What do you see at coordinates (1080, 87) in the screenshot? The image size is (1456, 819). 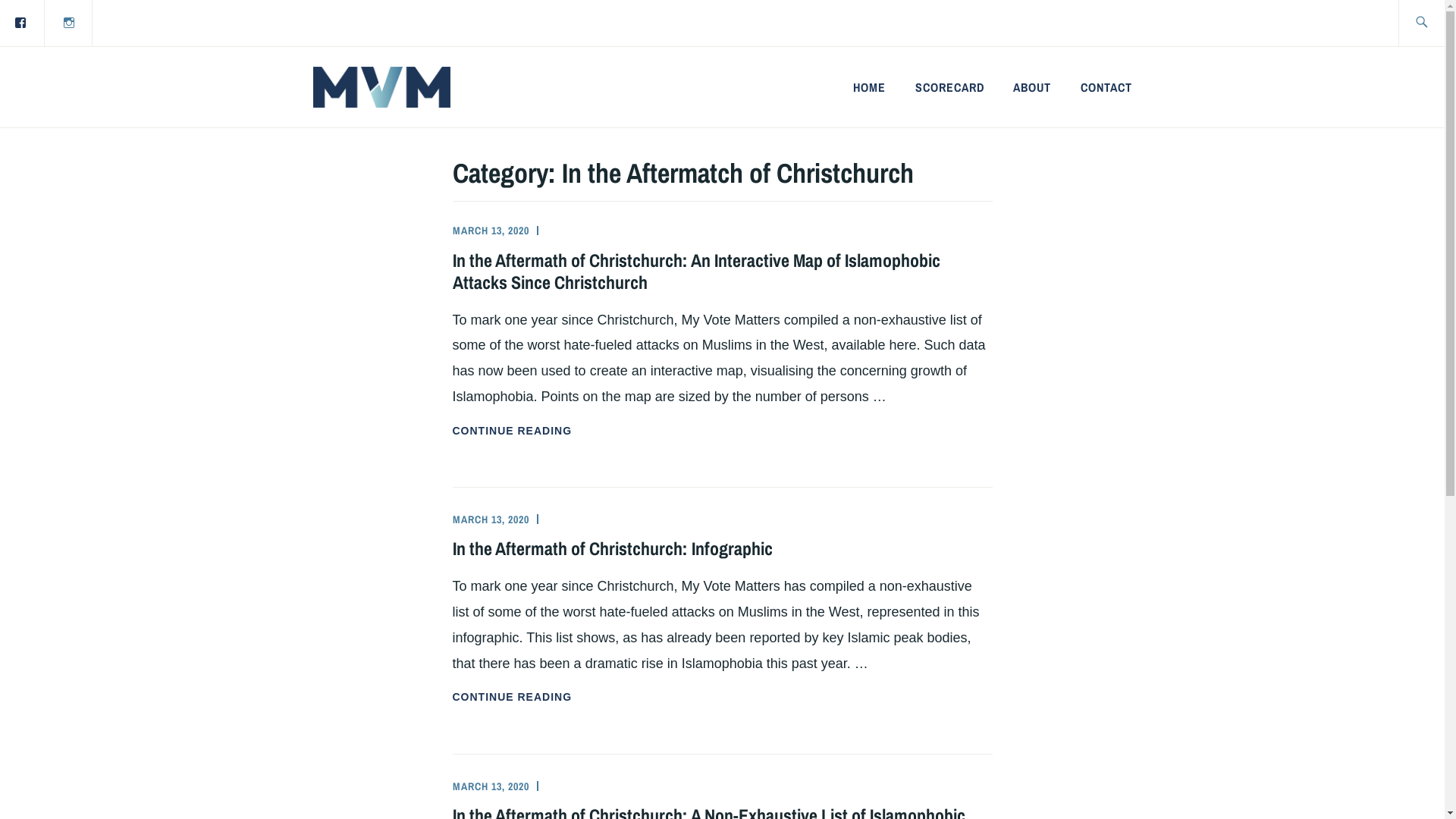 I see `'CONTACT'` at bounding box center [1080, 87].